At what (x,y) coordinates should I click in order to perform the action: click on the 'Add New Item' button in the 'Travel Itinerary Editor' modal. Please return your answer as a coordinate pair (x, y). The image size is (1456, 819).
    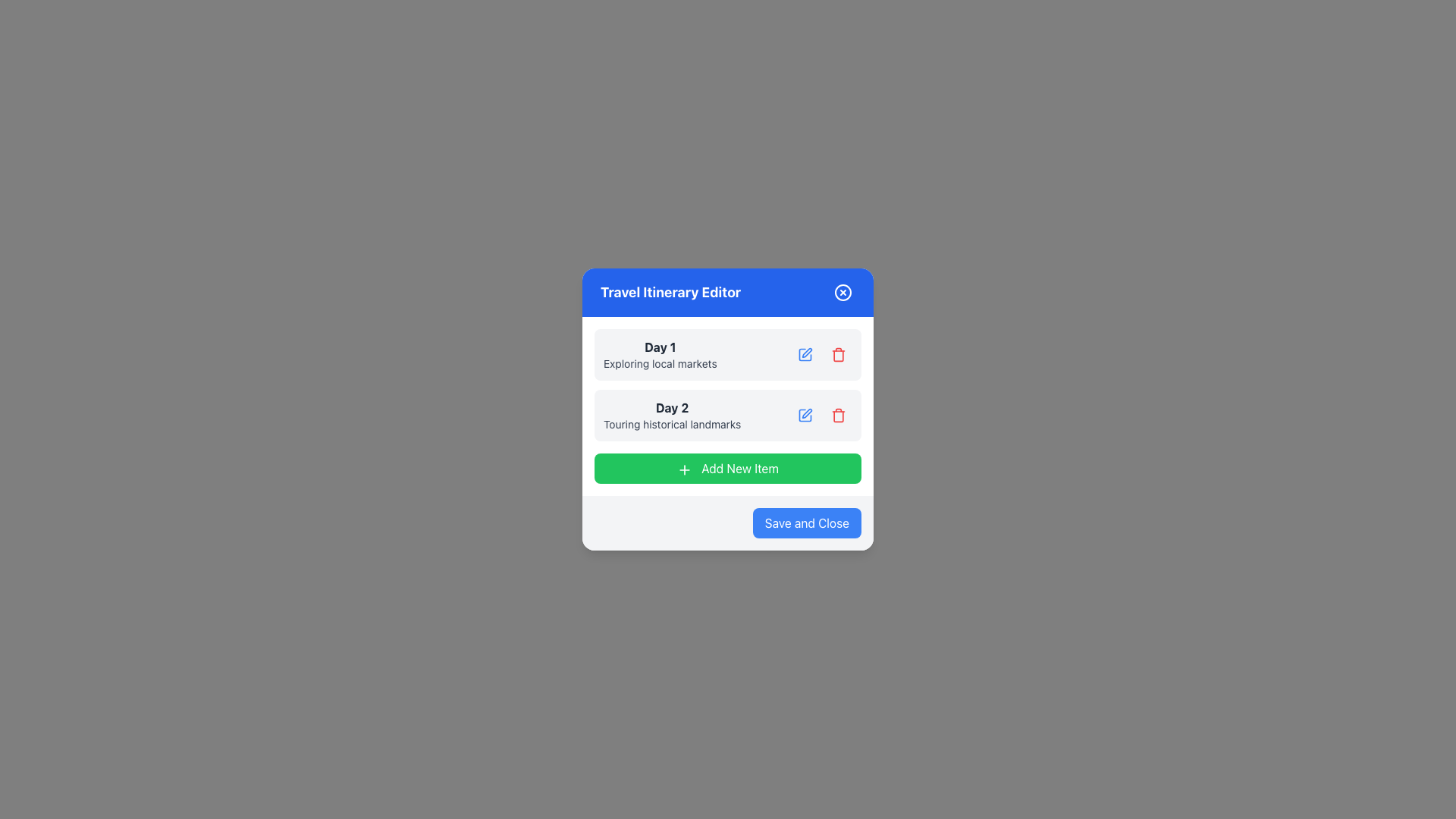
    Looking at the image, I should click on (683, 469).